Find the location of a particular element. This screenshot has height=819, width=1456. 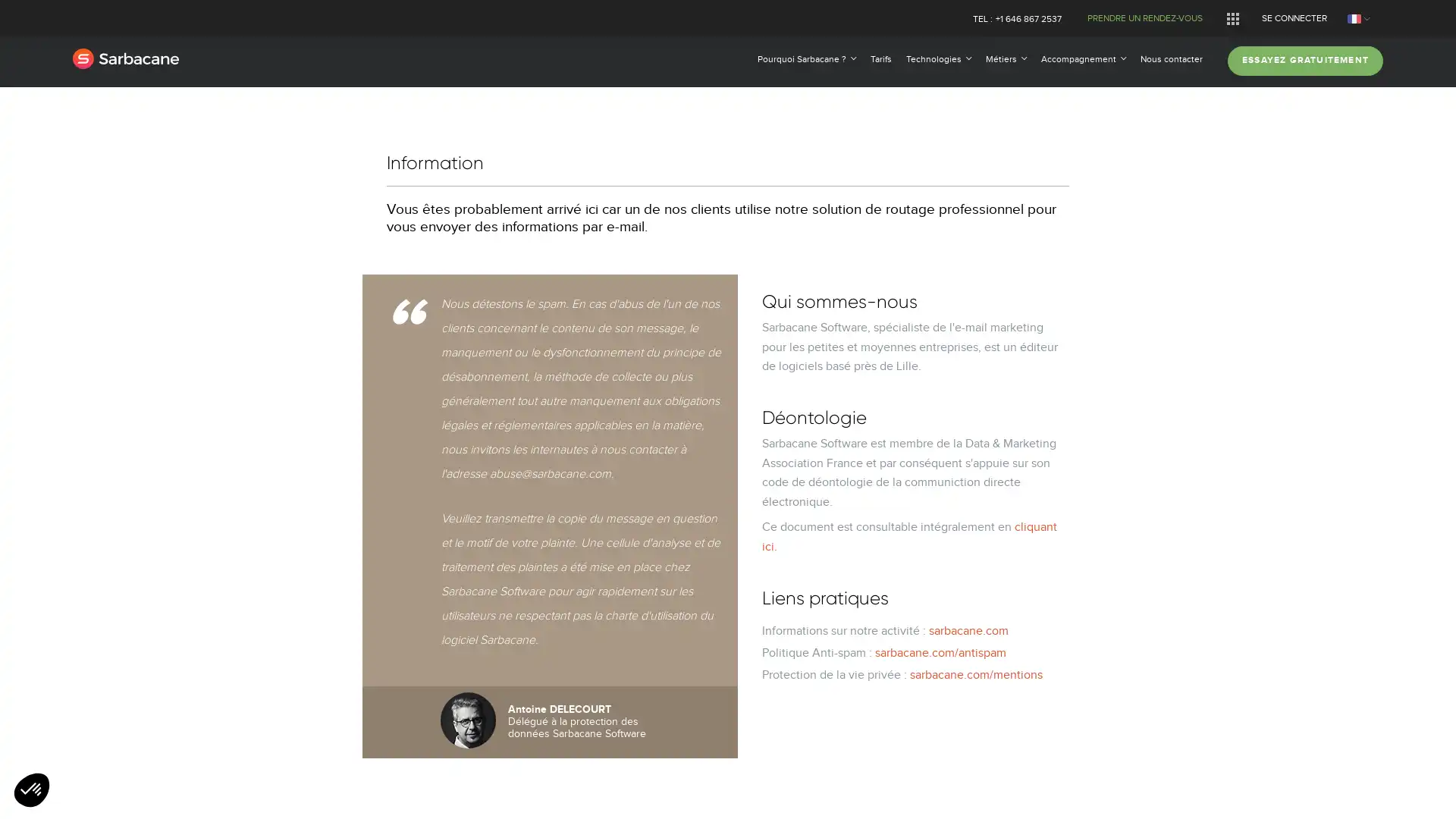

Je choisis is located at coordinates (728, 513).